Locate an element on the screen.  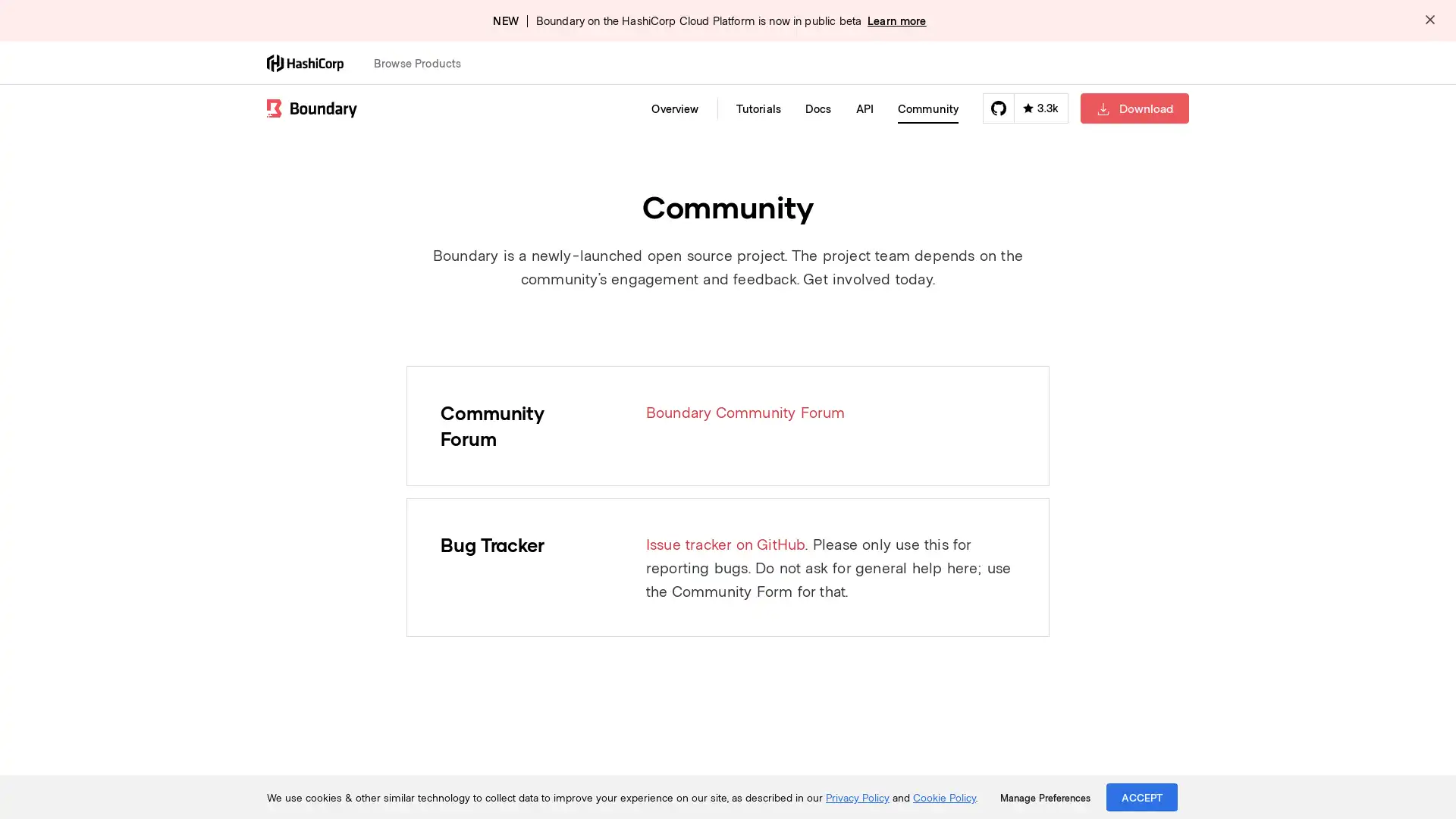
Dismiss alert is located at coordinates (1429, 20).